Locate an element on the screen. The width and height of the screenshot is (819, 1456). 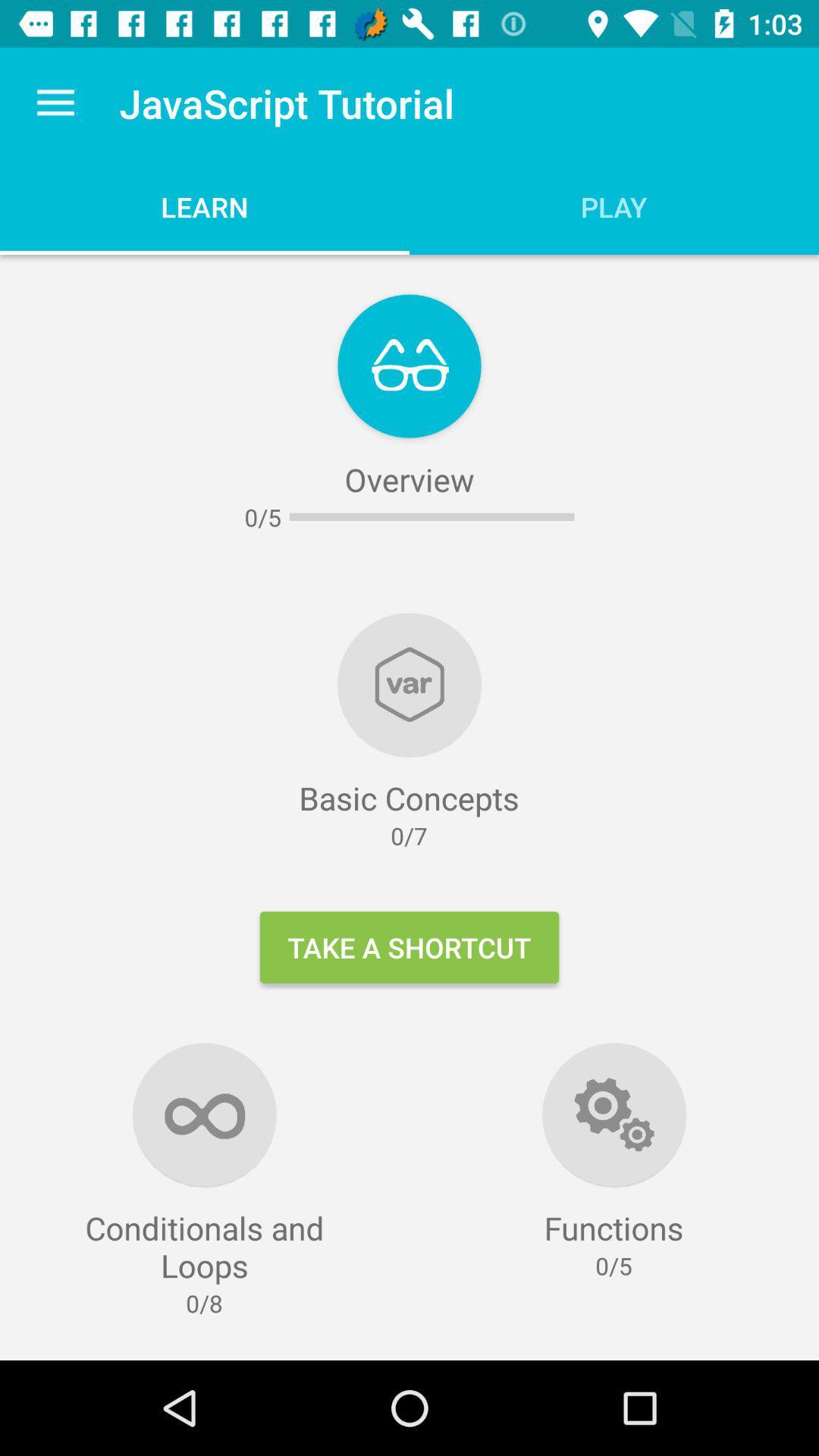
the take a shortcut is located at coordinates (409, 946).